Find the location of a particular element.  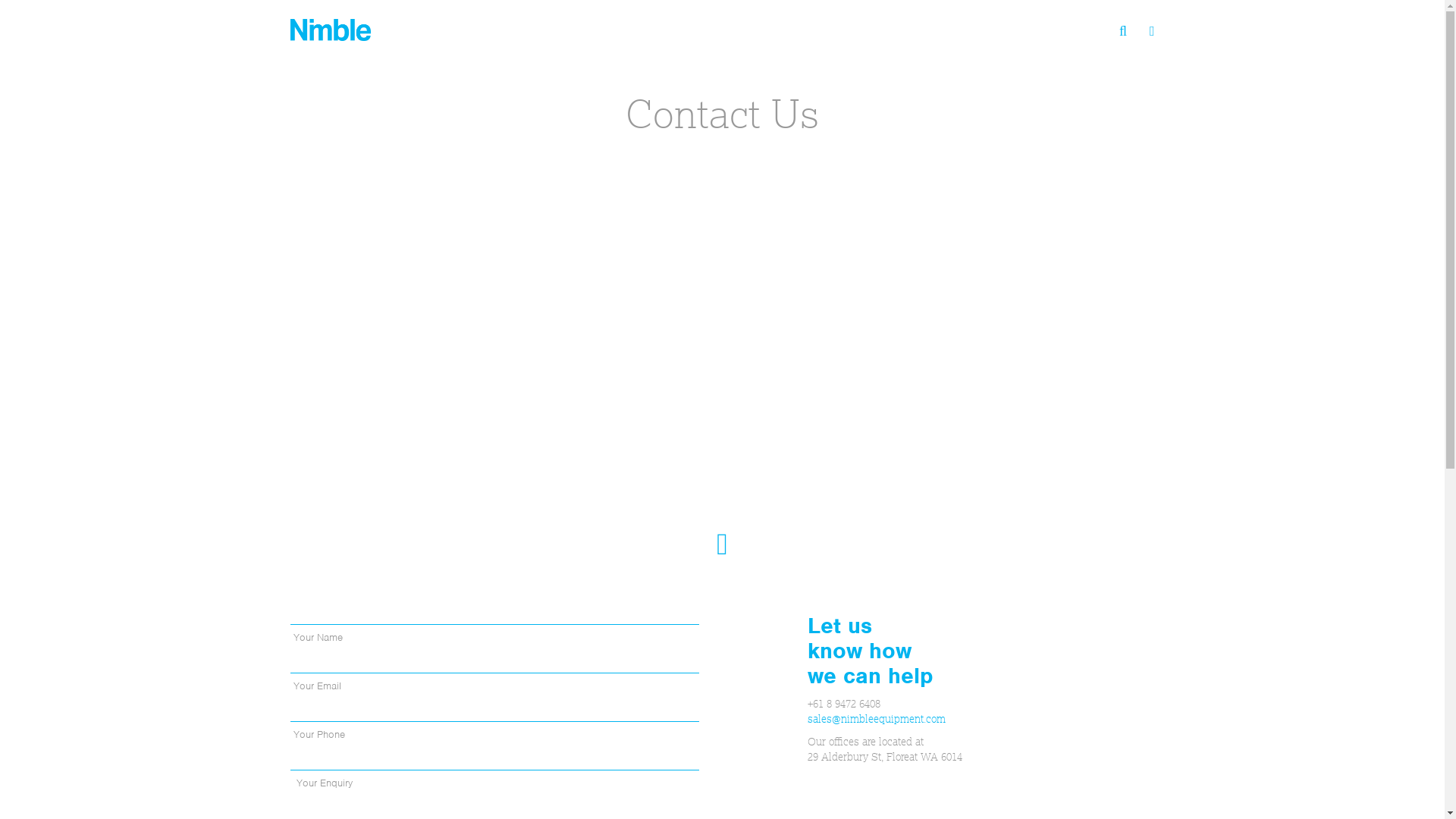

'sales@nimbleequipment.com' is located at coordinates (877, 718).